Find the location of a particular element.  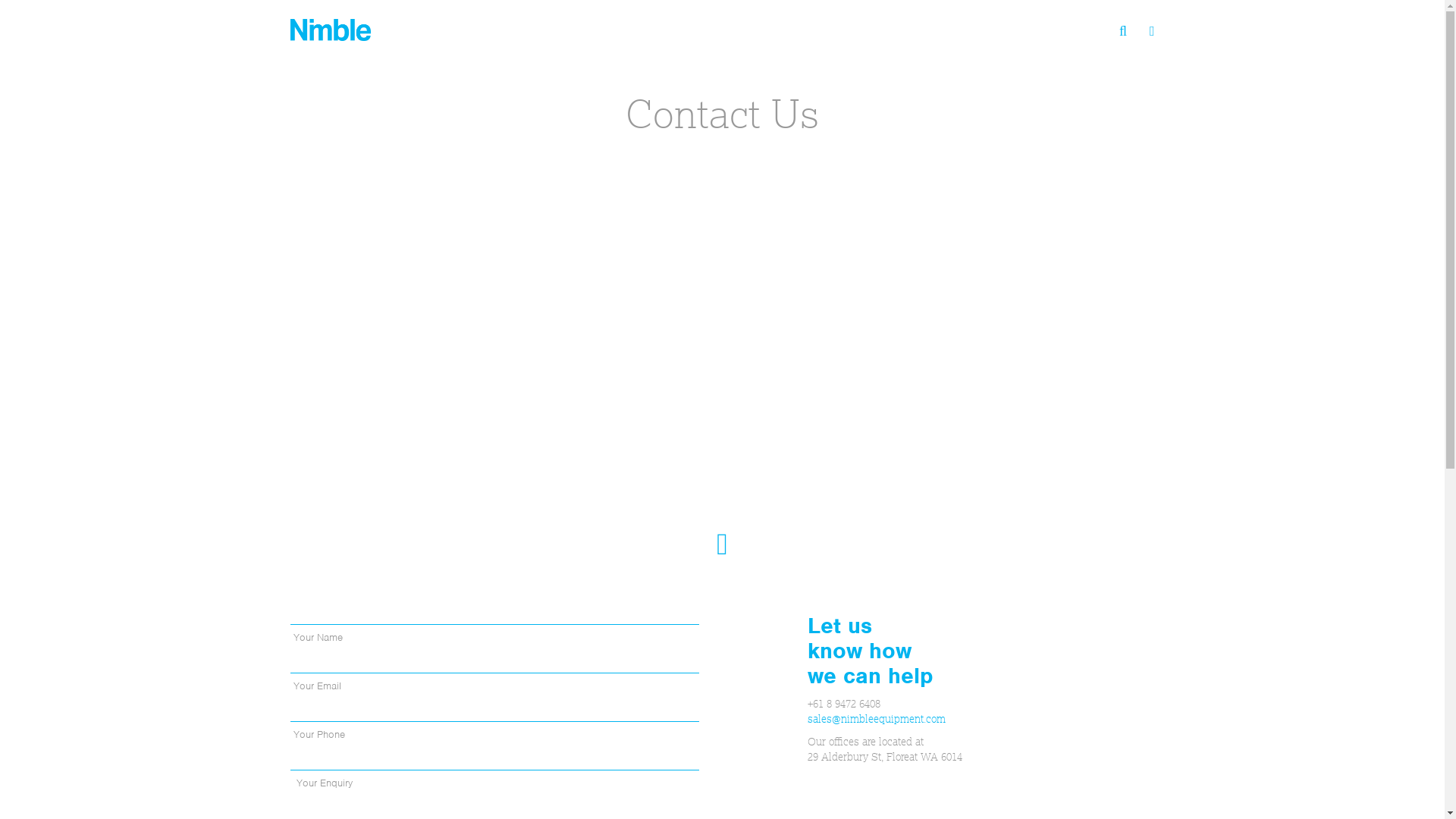

'sales@nimbleequipment.com' is located at coordinates (877, 718).